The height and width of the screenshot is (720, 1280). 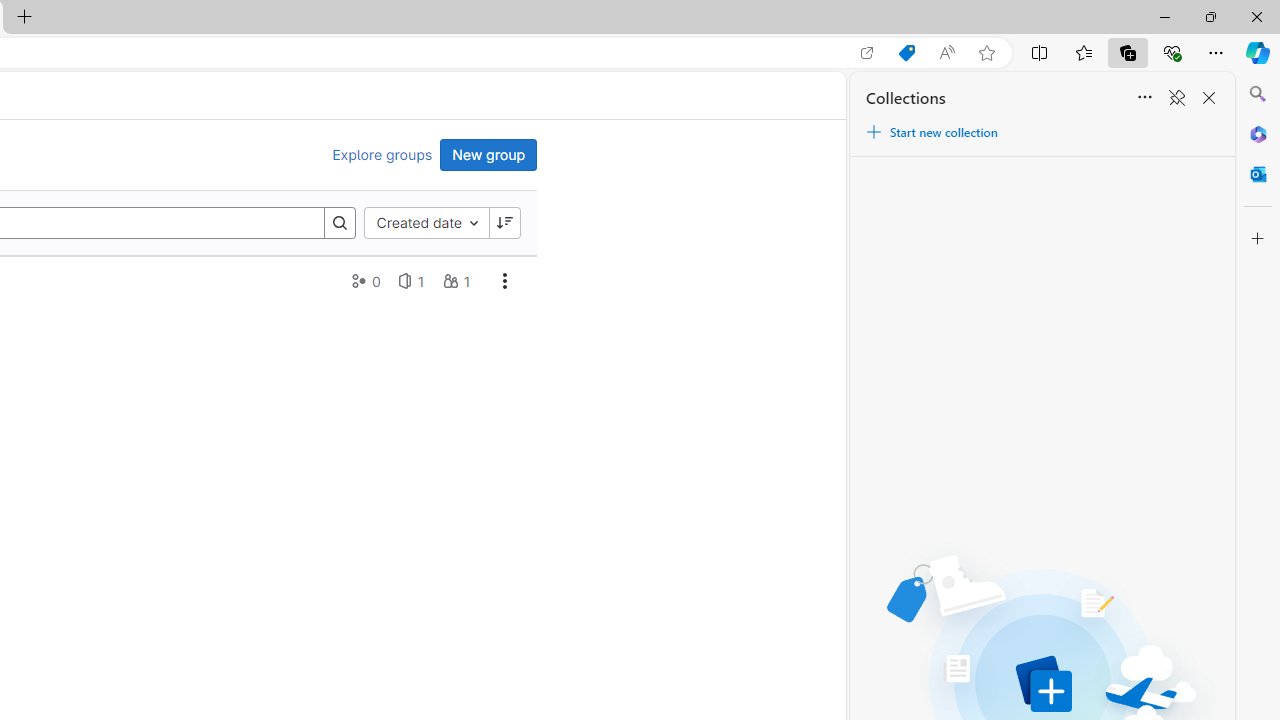 What do you see at coordinates (488, 153) in the screenshot?
I see `'New group'` at bounding box center [488, 153].